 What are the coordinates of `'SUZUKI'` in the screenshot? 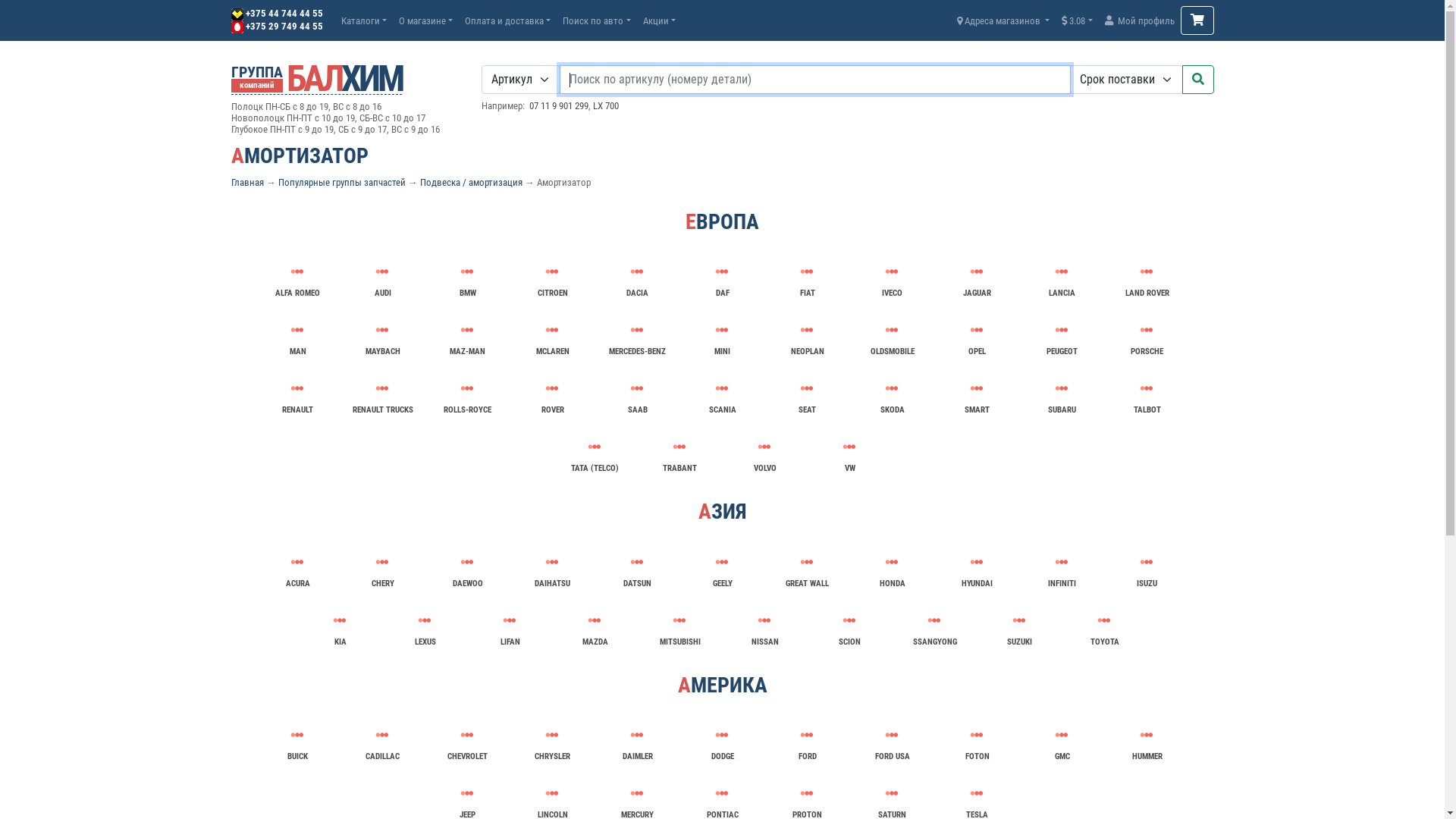 It's located at (1019, 626).